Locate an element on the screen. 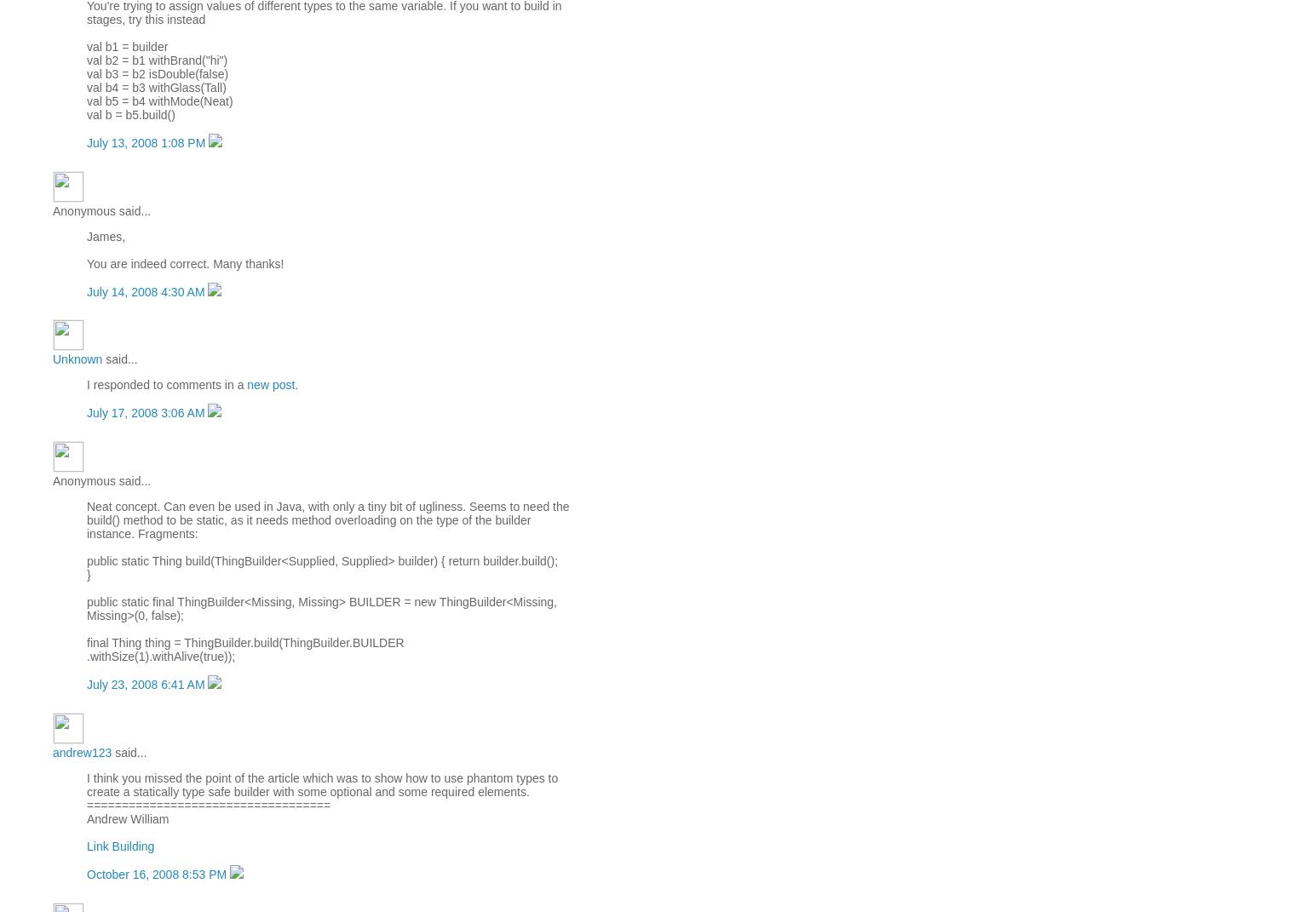 The image size is (1316, 912). 'public static final ThingBuilder<Missing, Missing> BUILDER = new ThingBuilder<Missing, Missing>(0, false);' is located at coordinates (85, 608).